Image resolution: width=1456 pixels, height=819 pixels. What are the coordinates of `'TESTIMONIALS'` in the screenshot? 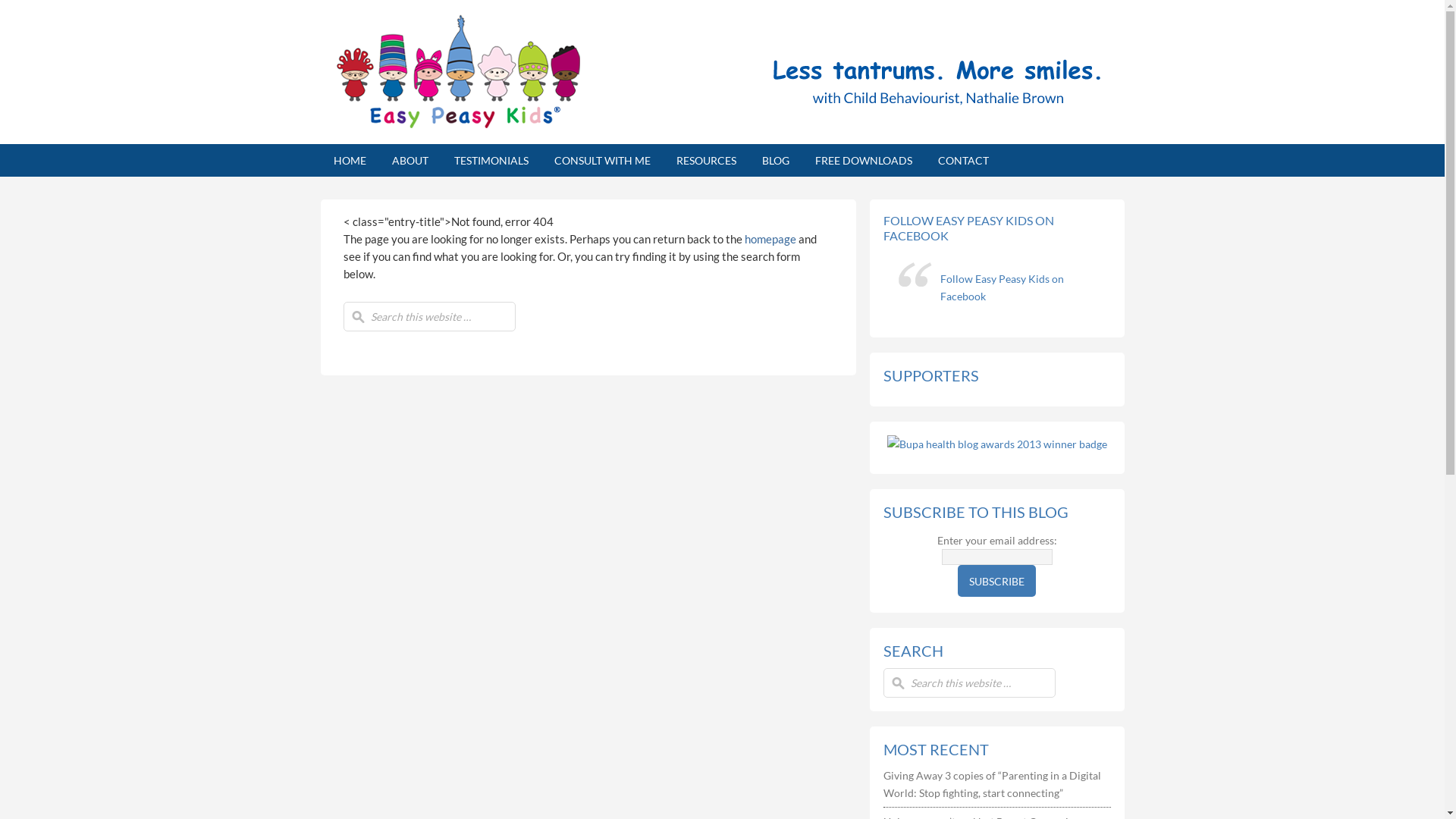 It's located at (491, 160).